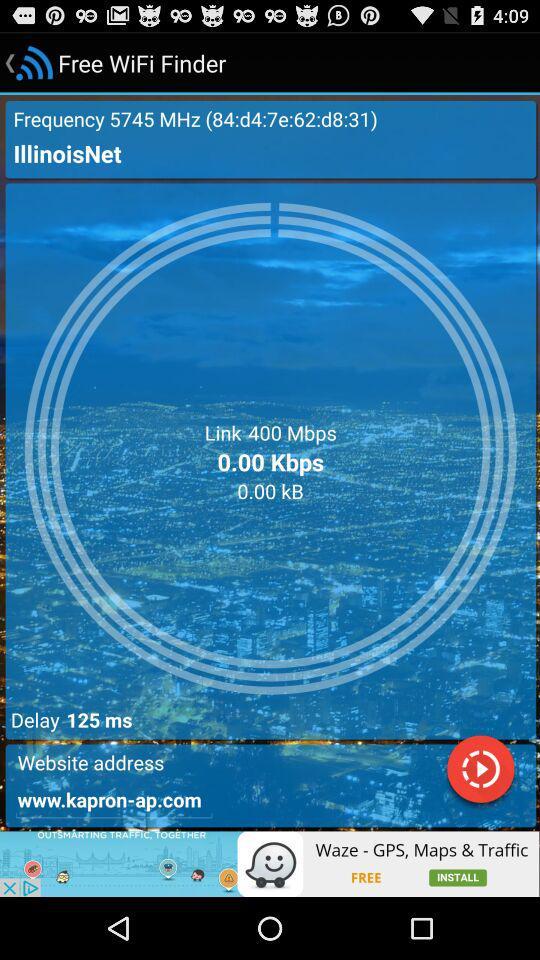  I want to click on play, so click(479, 771).